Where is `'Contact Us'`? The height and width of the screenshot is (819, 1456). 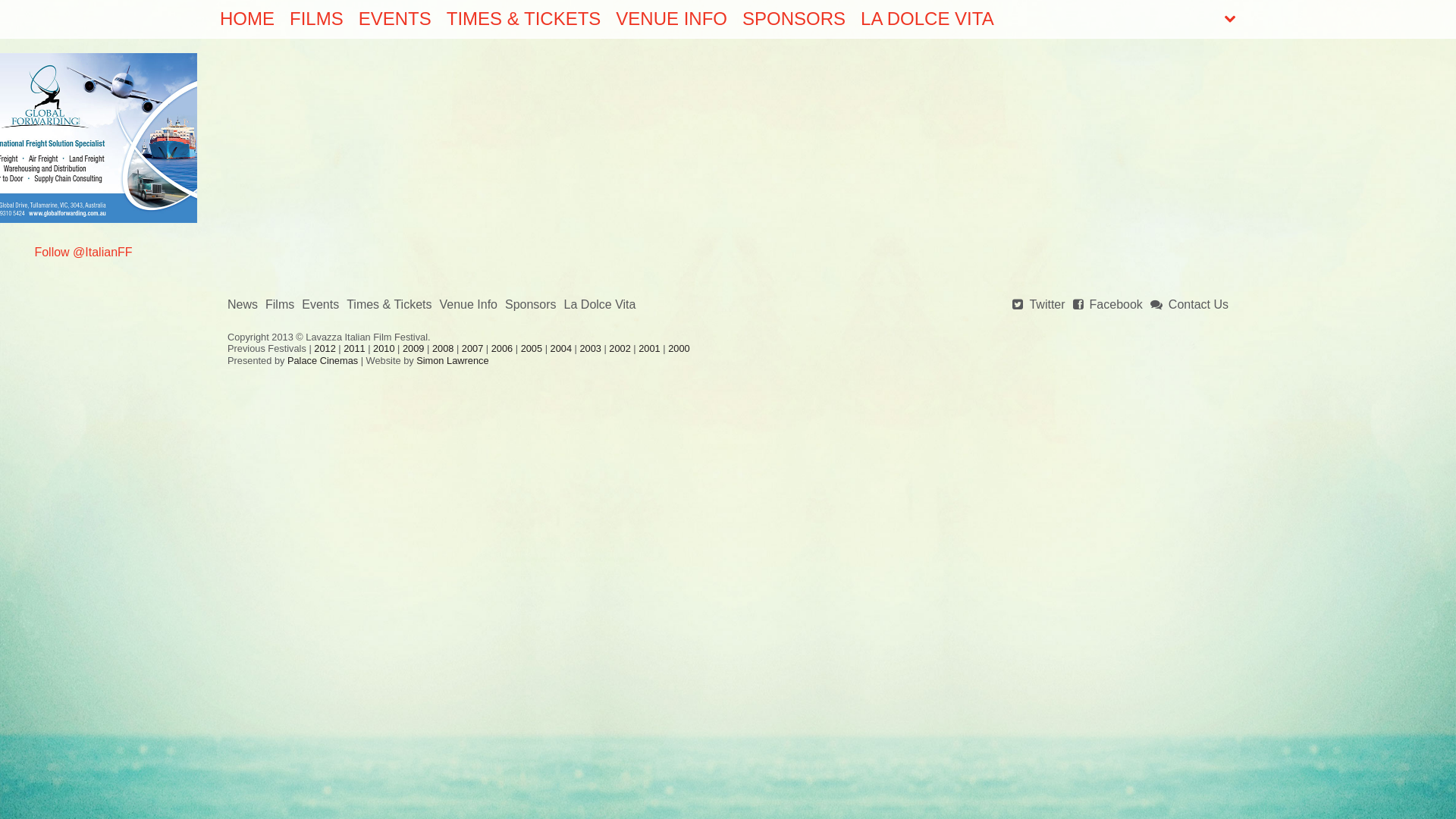
'Contact Us' is located at coordinates (1188, 305).